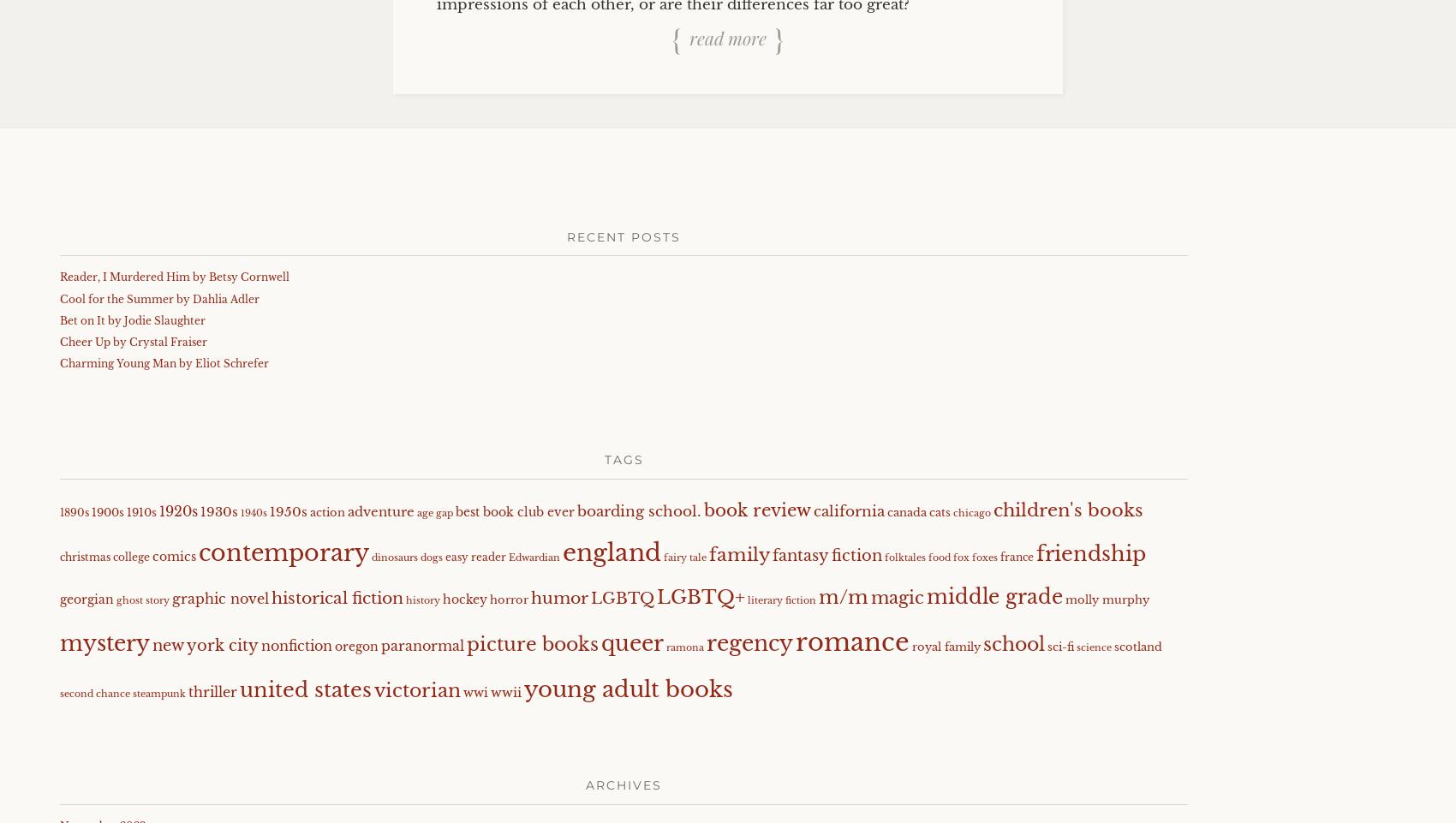  I want to click on 'best book club ever', so click(514, 511).